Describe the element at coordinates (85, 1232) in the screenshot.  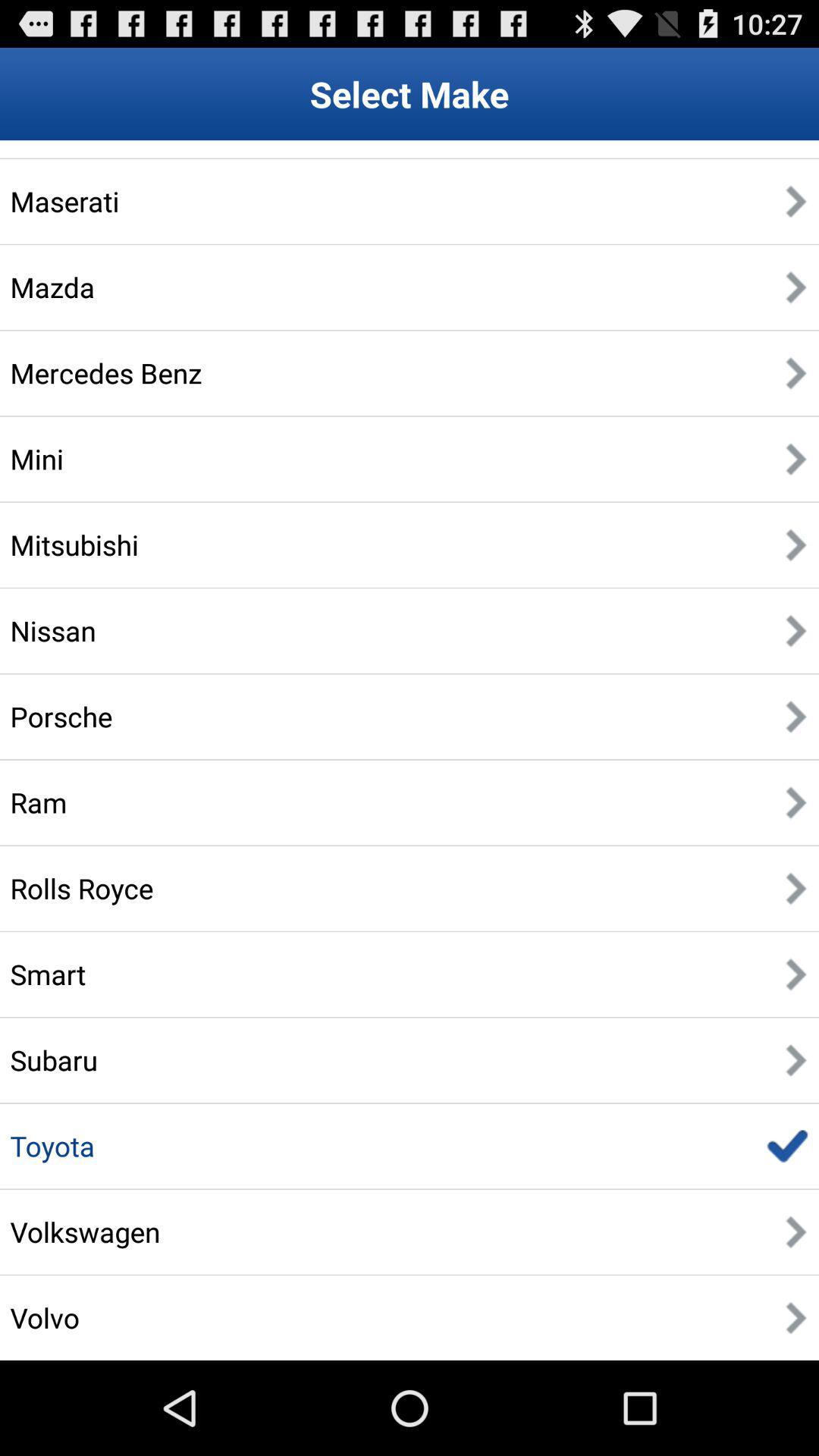
I see `the item above the volvo icon` at that location.